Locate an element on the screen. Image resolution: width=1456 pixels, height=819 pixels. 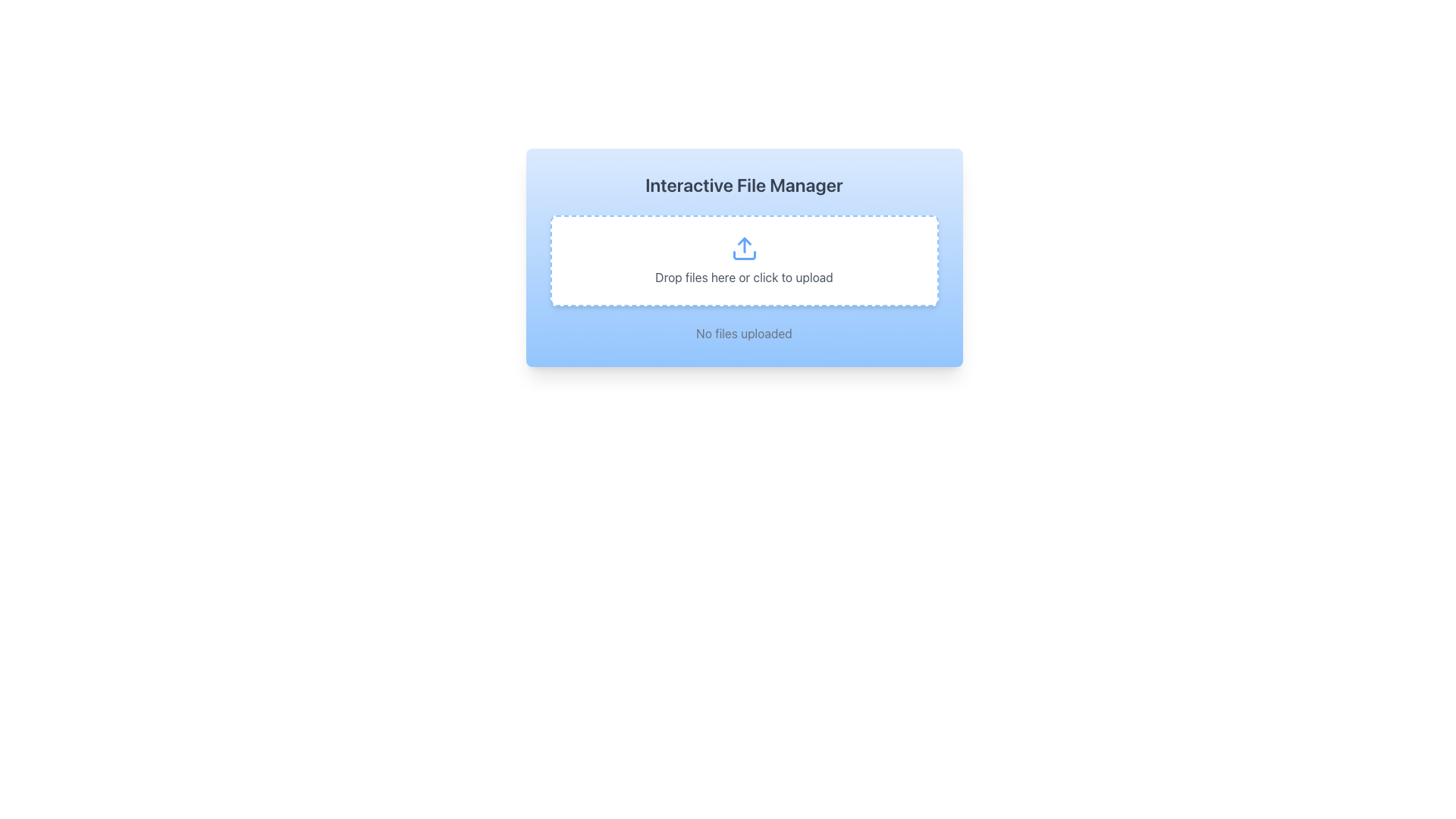
the upload icon located centrally within the white rectangular dropzone to initiate an upload action is located at coordinates (744, 247).